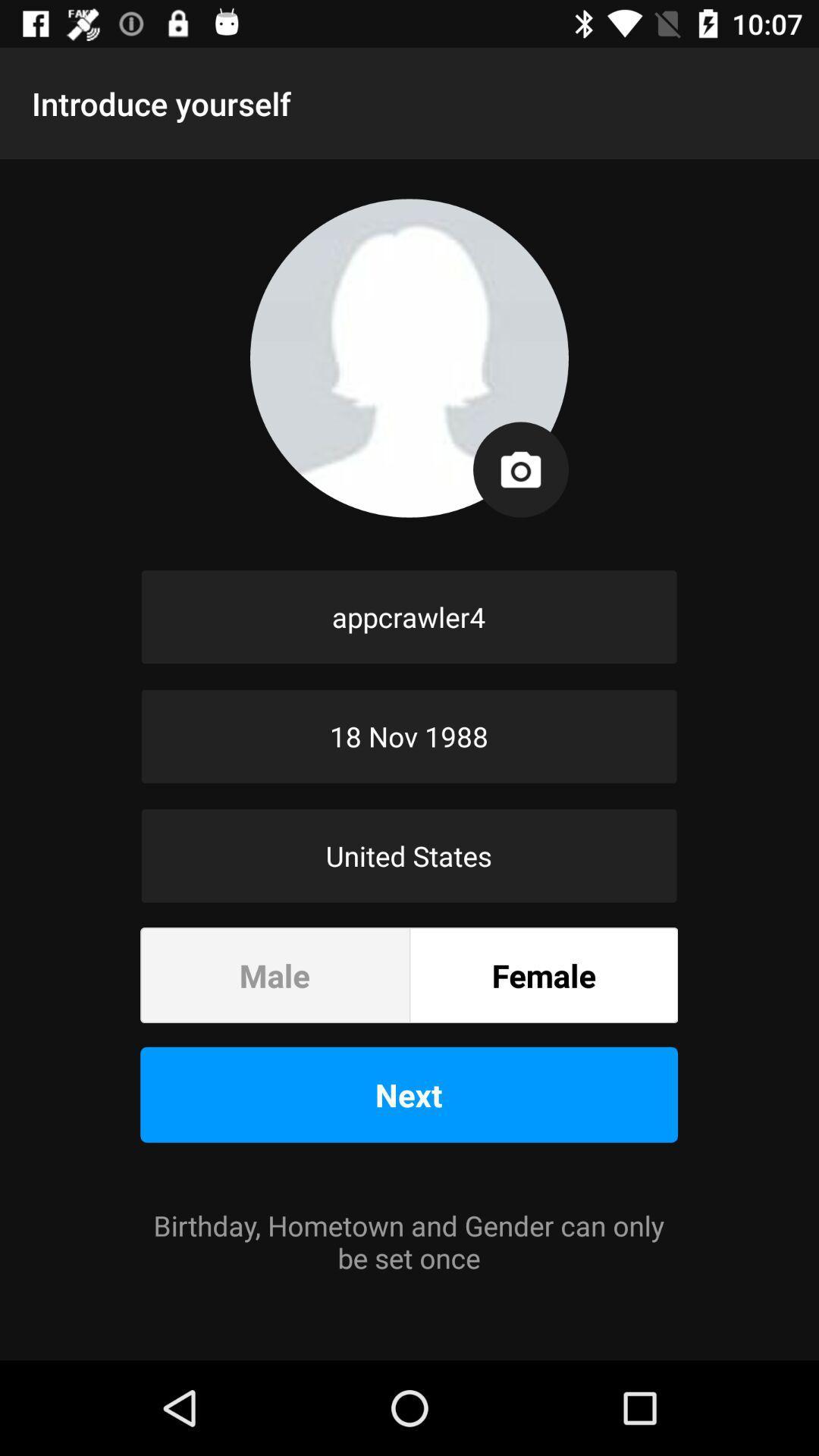  I want to click on the 18 nov 1988 item, so click(408, 736).